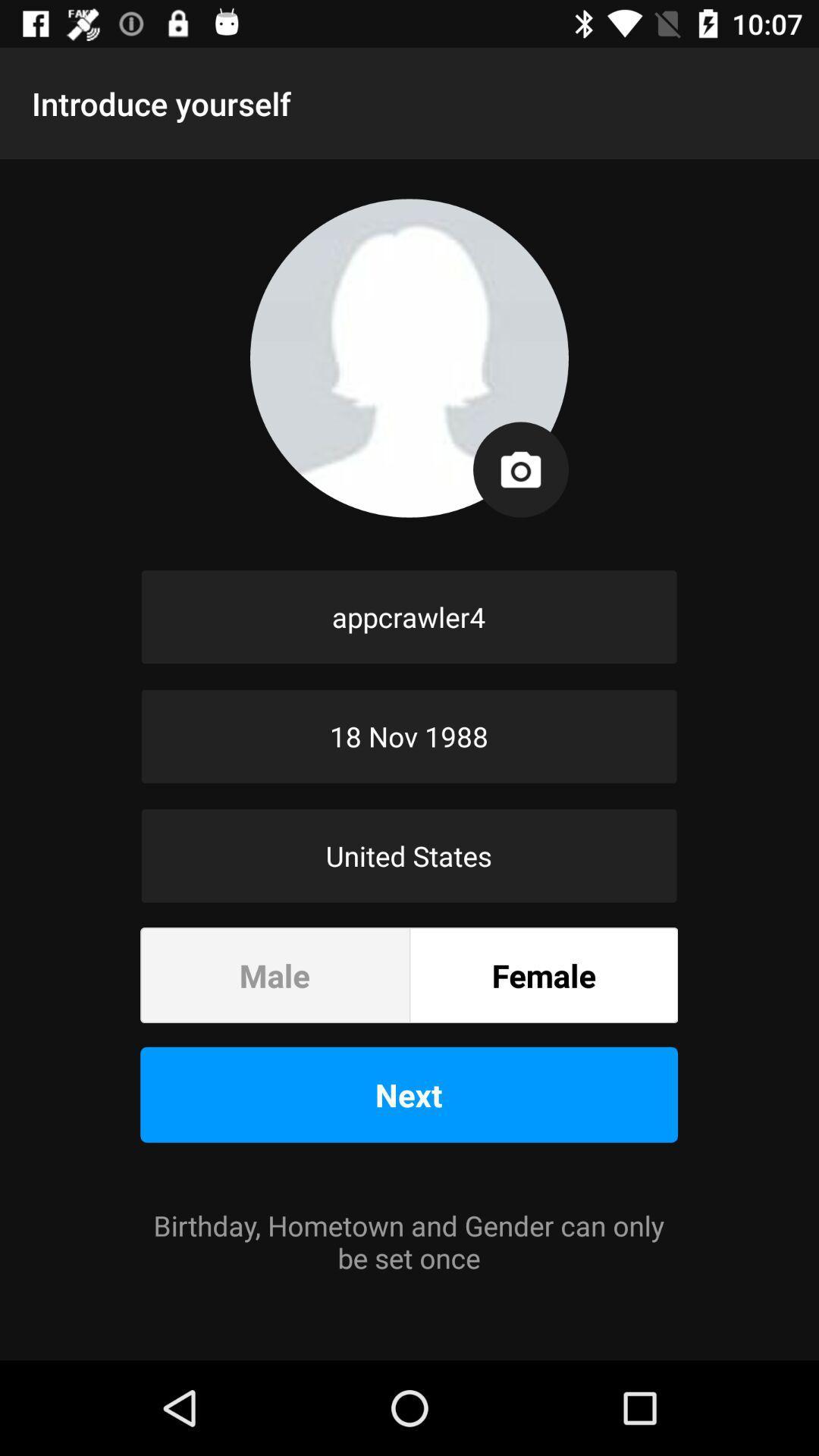  I want to click on the 18 nov 1988 item, so click(408, 736).